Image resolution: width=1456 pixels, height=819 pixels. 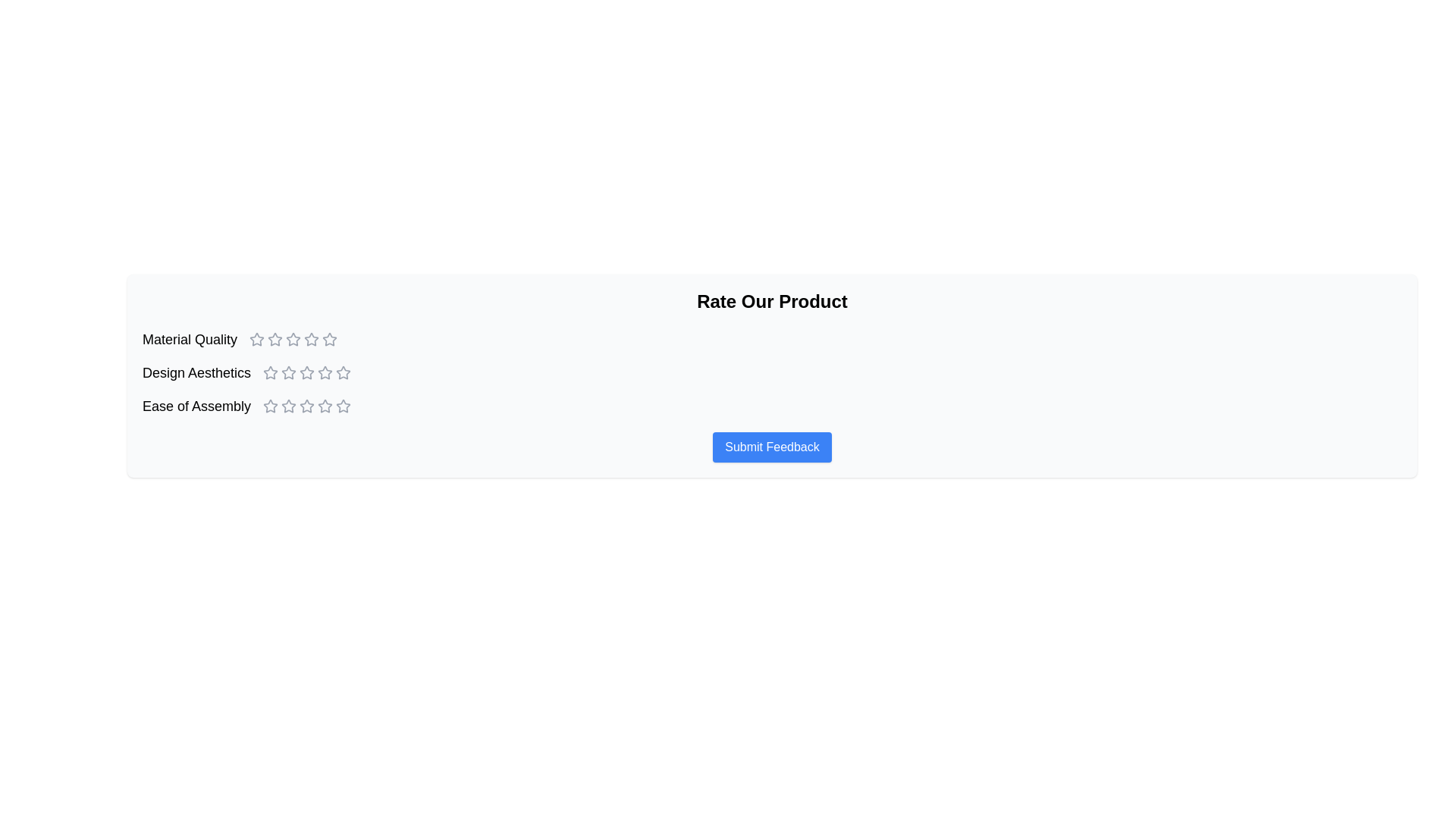 What do you see at coordinates (271, 372) in the screenshot?
I see `the second star icon in the 5-star rating system` at bounding box center [271, 372].